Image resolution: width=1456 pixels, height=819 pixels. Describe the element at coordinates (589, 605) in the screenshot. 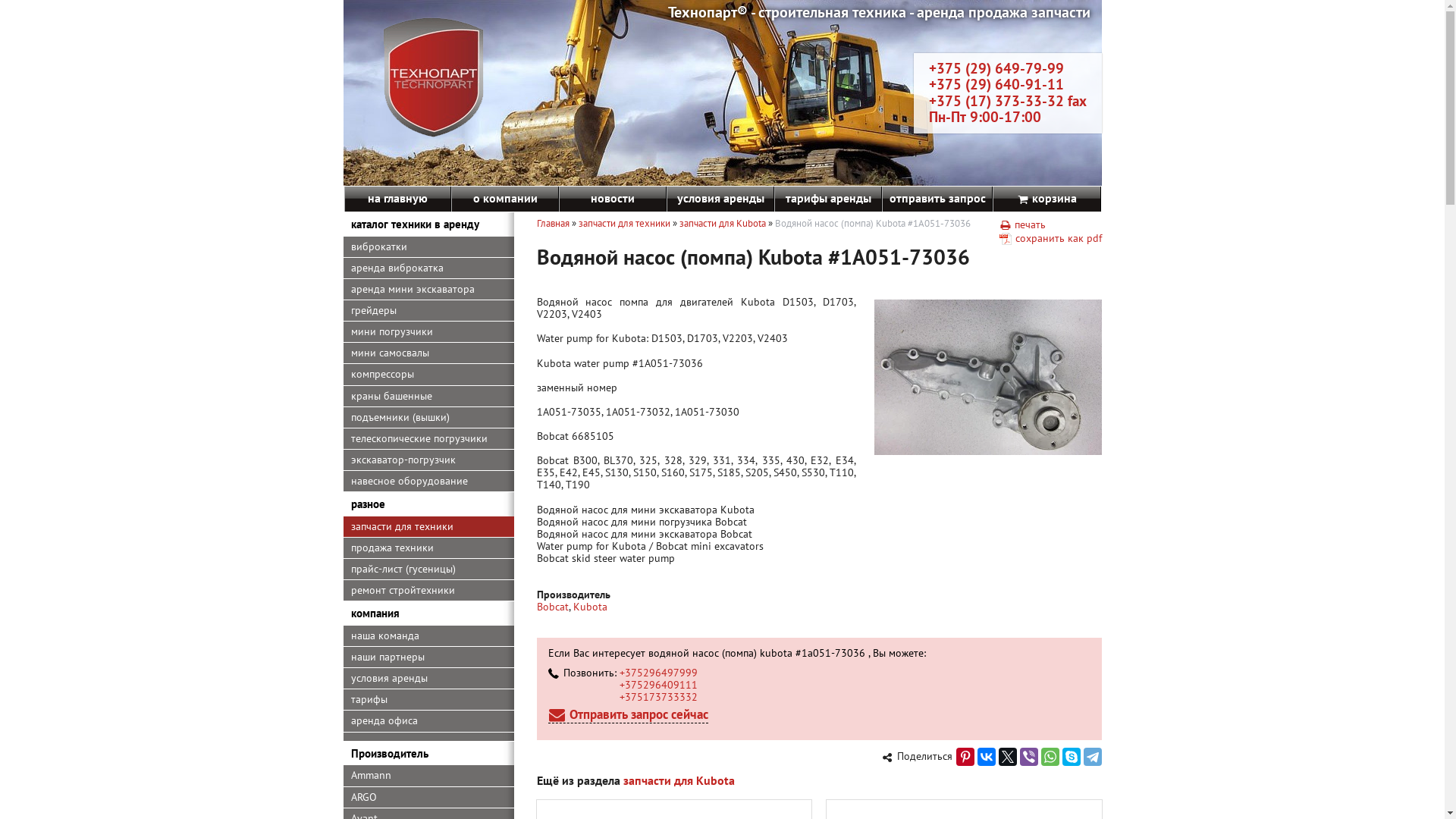

I see `'Kubota'` at that location.